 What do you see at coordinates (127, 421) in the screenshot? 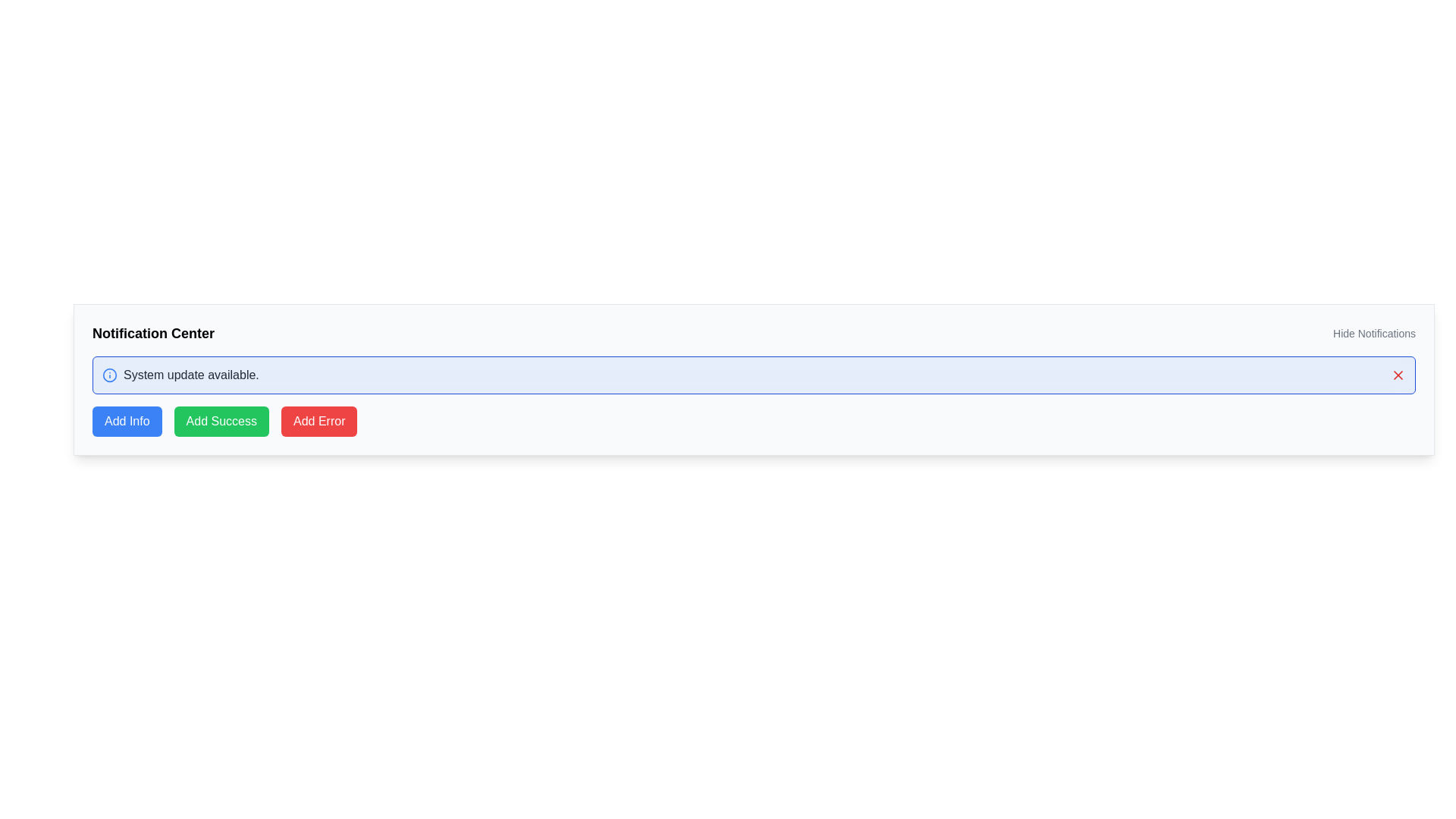
I see `the 'Add Info' button, which is a rectangular button with rounded corners, filled with blue color and labeled in bold white text` at bounding box center [127, 421].